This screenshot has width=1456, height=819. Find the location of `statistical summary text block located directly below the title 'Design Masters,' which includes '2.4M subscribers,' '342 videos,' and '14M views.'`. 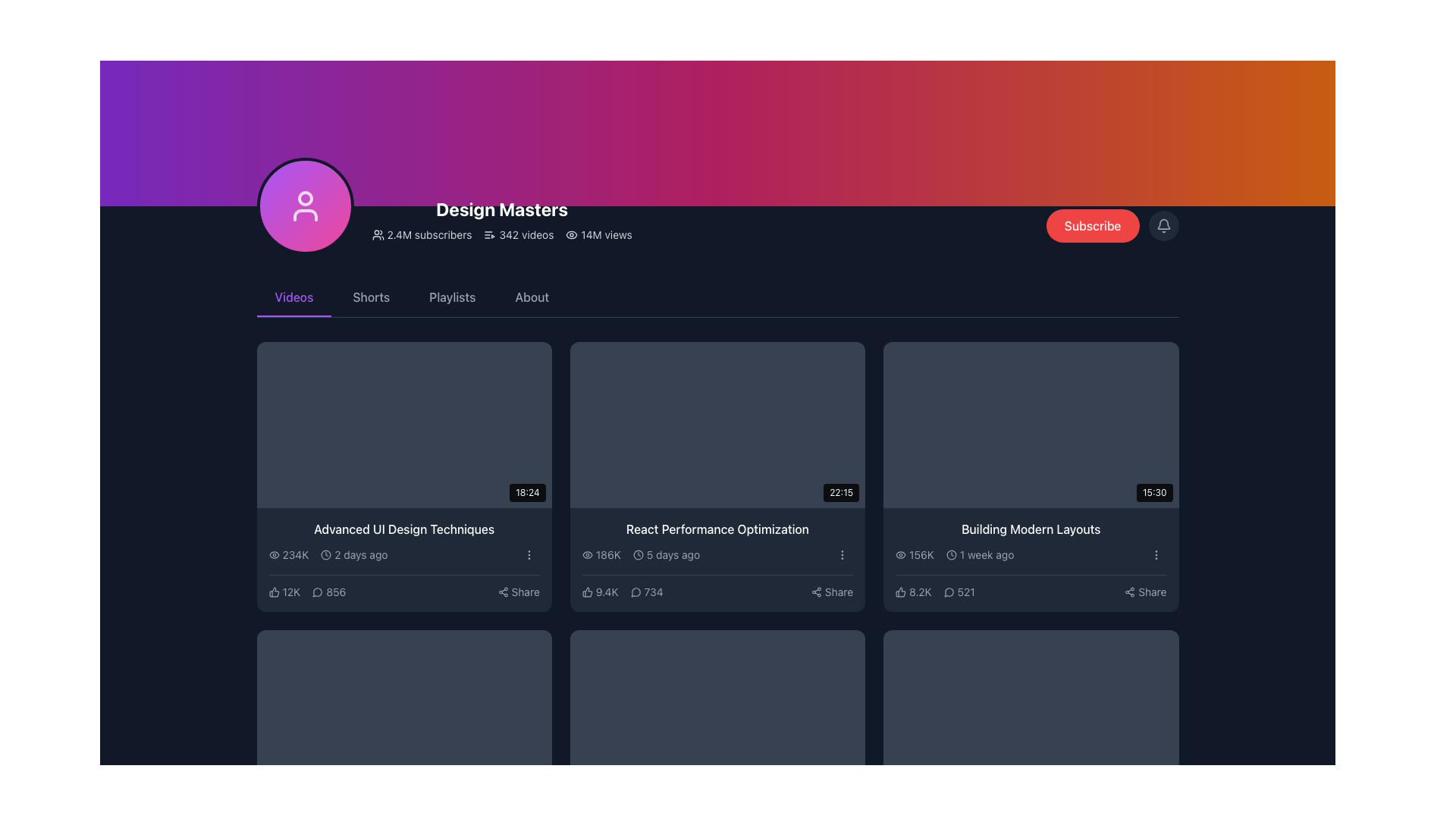

statistical summary text block located directly below the title 'Design Masters,' which includes '2.4M subscribers,' '342 videos,' and '14M views.' is located at coordinates (502, 234).